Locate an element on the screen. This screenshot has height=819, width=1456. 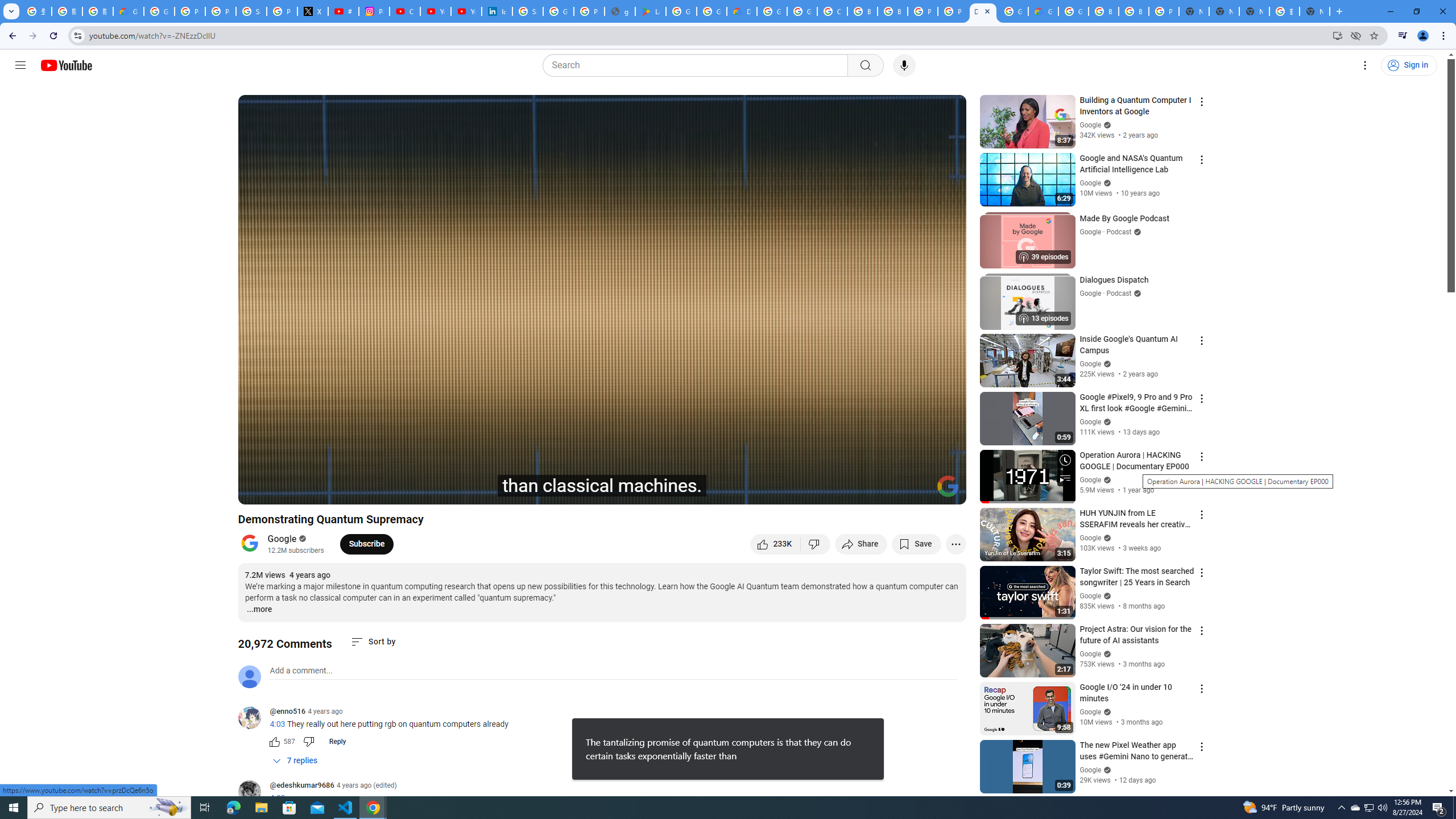
'like this video along with 233,071 other people' is located at coordinates (775, 543).